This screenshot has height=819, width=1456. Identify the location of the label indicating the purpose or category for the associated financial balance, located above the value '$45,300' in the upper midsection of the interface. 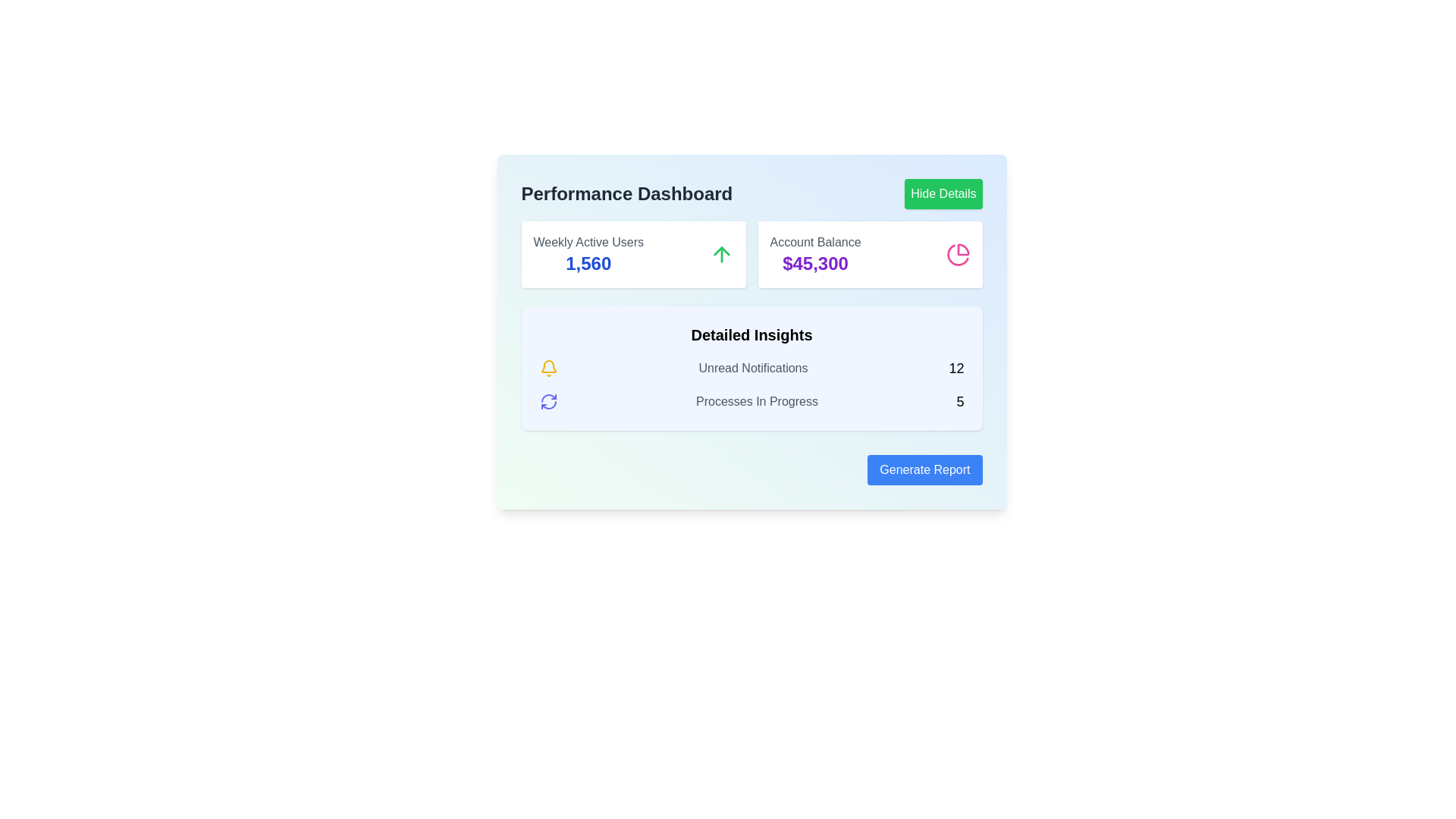
(814, 242).